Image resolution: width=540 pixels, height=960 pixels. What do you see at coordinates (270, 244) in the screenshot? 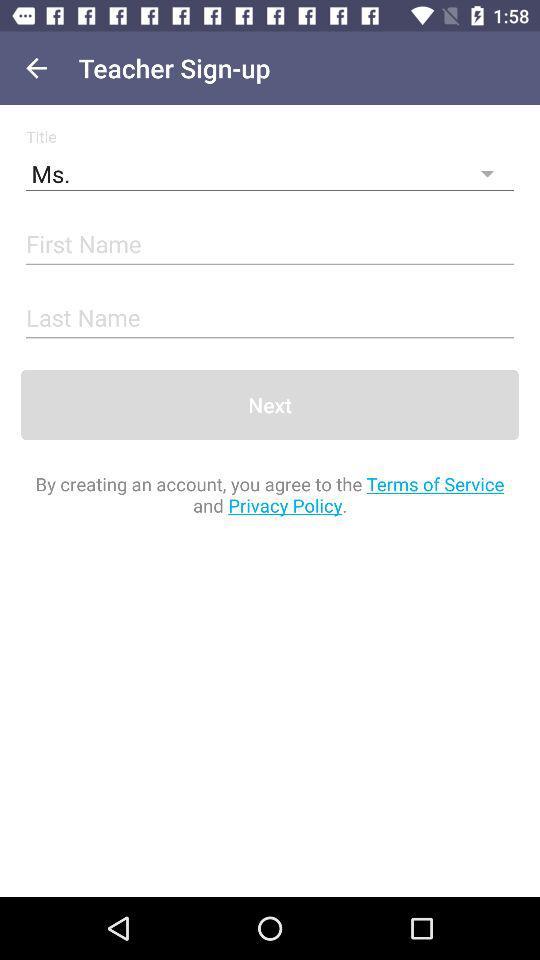
I see `open in facebook id` at bounding box center [270, 244].